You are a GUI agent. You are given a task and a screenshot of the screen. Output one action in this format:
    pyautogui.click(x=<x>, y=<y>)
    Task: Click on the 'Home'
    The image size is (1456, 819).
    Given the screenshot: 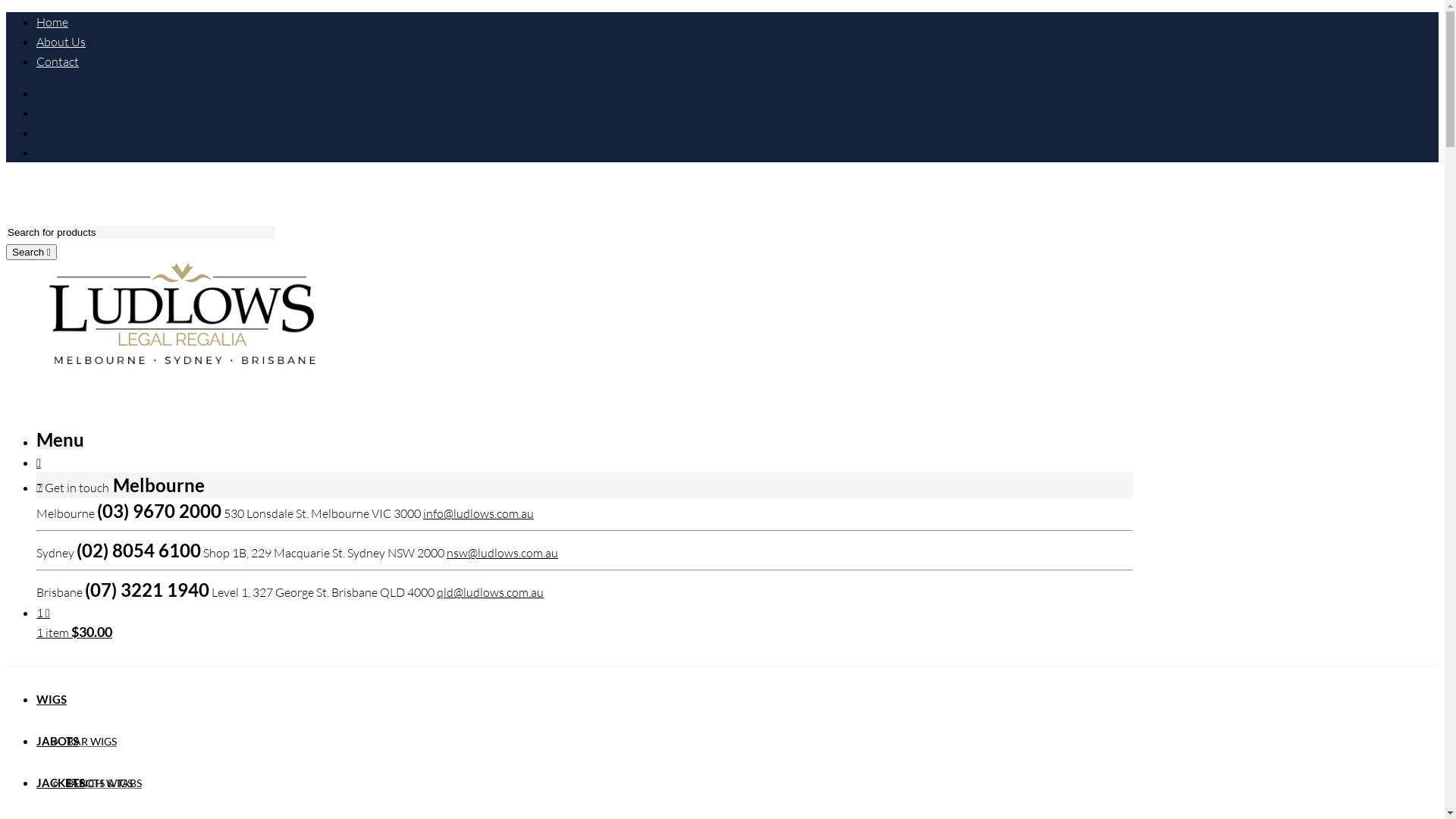 What is the action you would take?
    pyautogui.click(x=52, y=22)
    